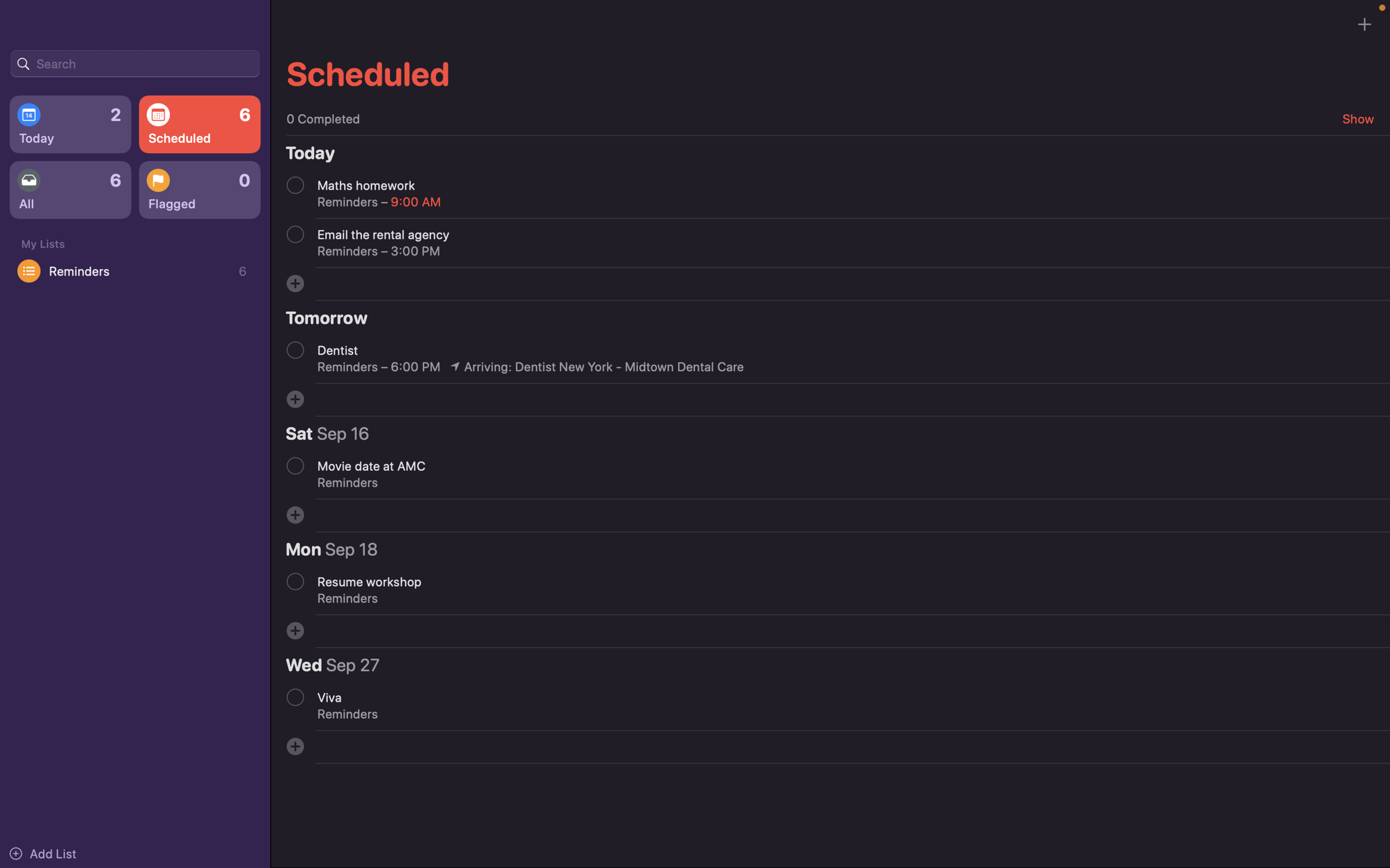 The image size is (1390, 868). What do you see at coordinates (134, 62) in the screenshot?
I see `Query for the event named "Josh birthday` at bounding box center [134, 62].